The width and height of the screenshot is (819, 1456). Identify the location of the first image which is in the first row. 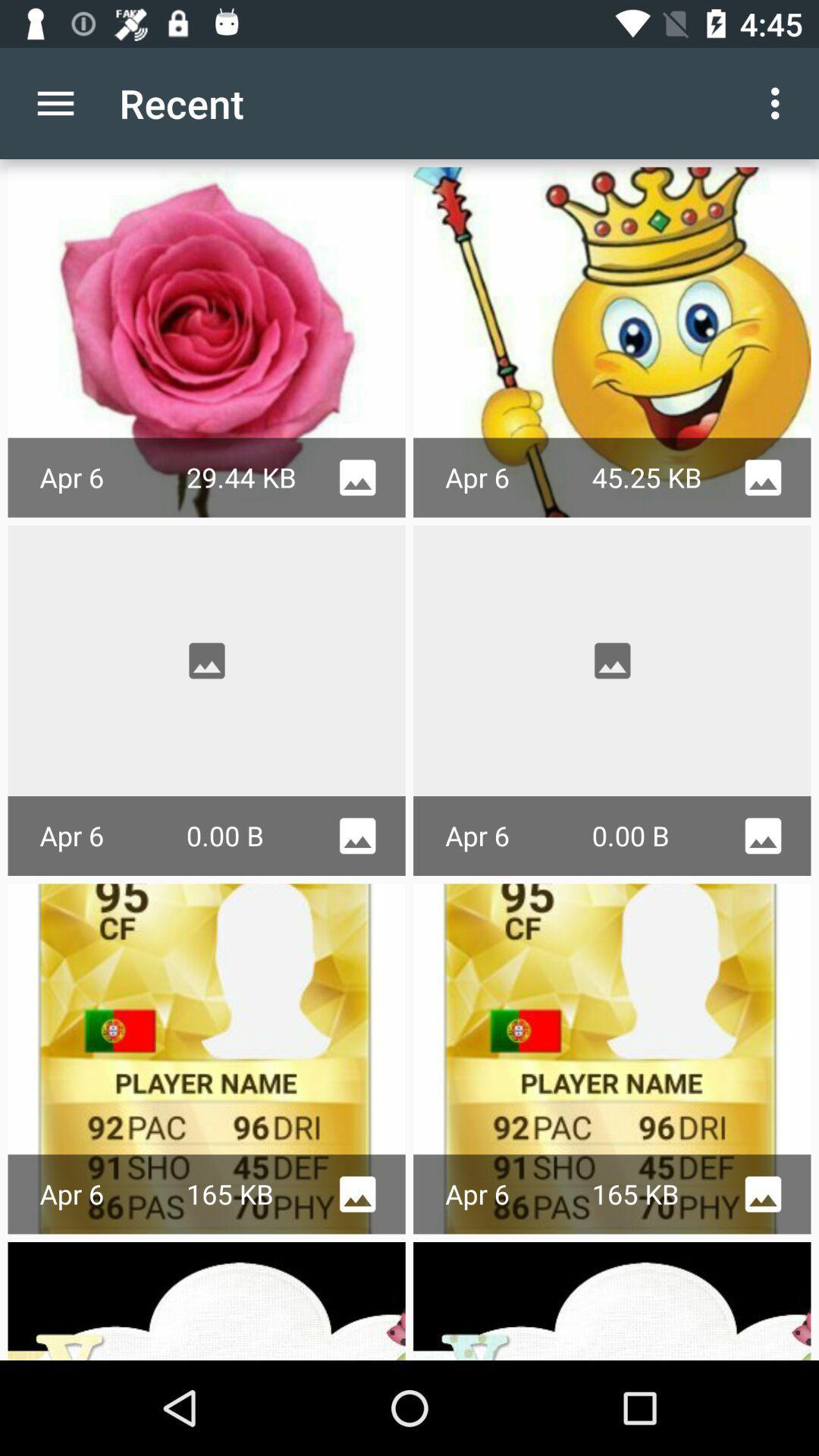
(207, 341).